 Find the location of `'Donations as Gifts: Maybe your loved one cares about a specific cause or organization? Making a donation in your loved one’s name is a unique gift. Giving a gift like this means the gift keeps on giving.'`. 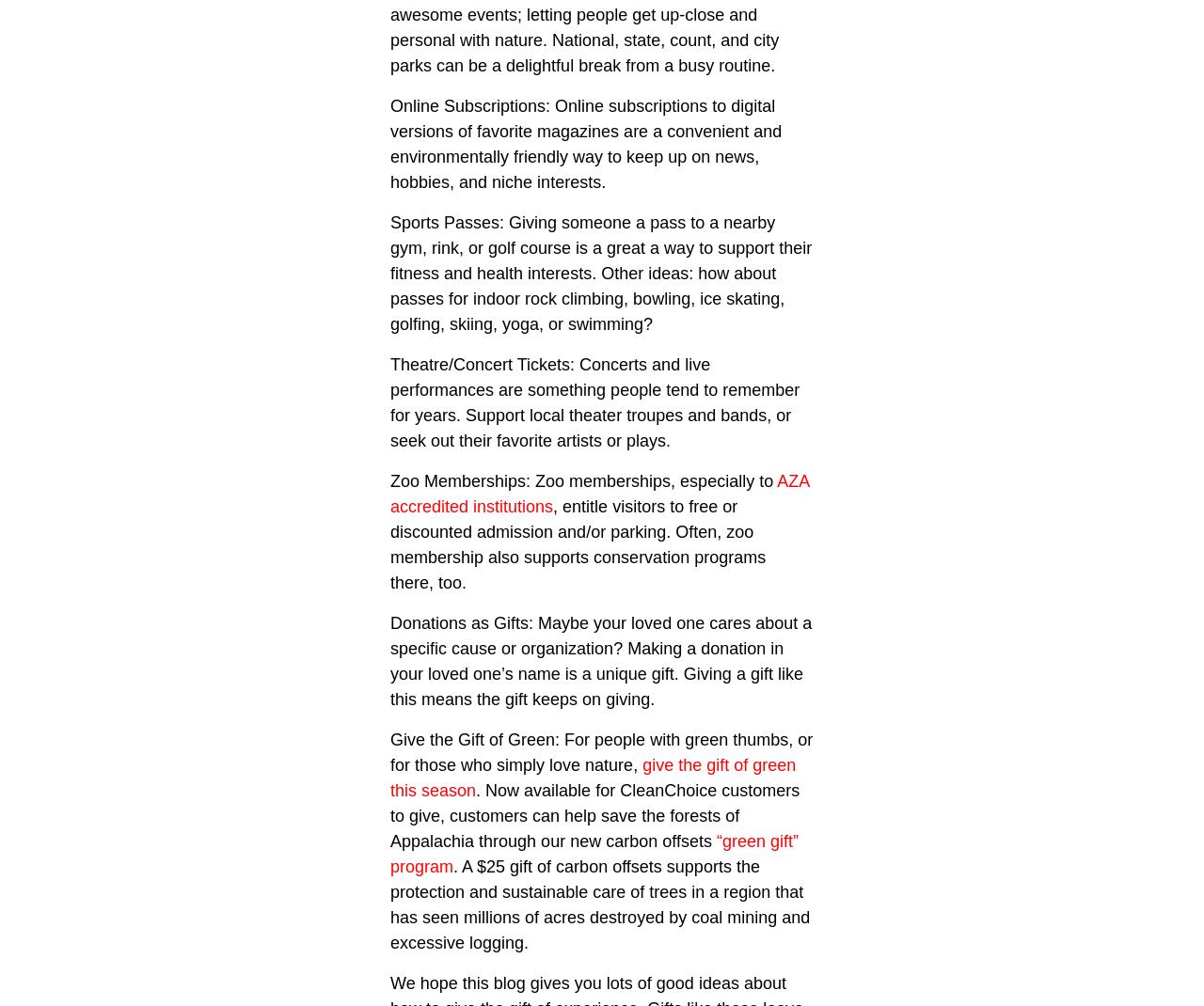

'Donations as Gifts: Maybe your loved one cares about a specific cause or organization? Making a donation in your loved one’s name is a unique gift. Giving a gift like this means the gift keeps on giving.' is located at coordinates (599, 661).